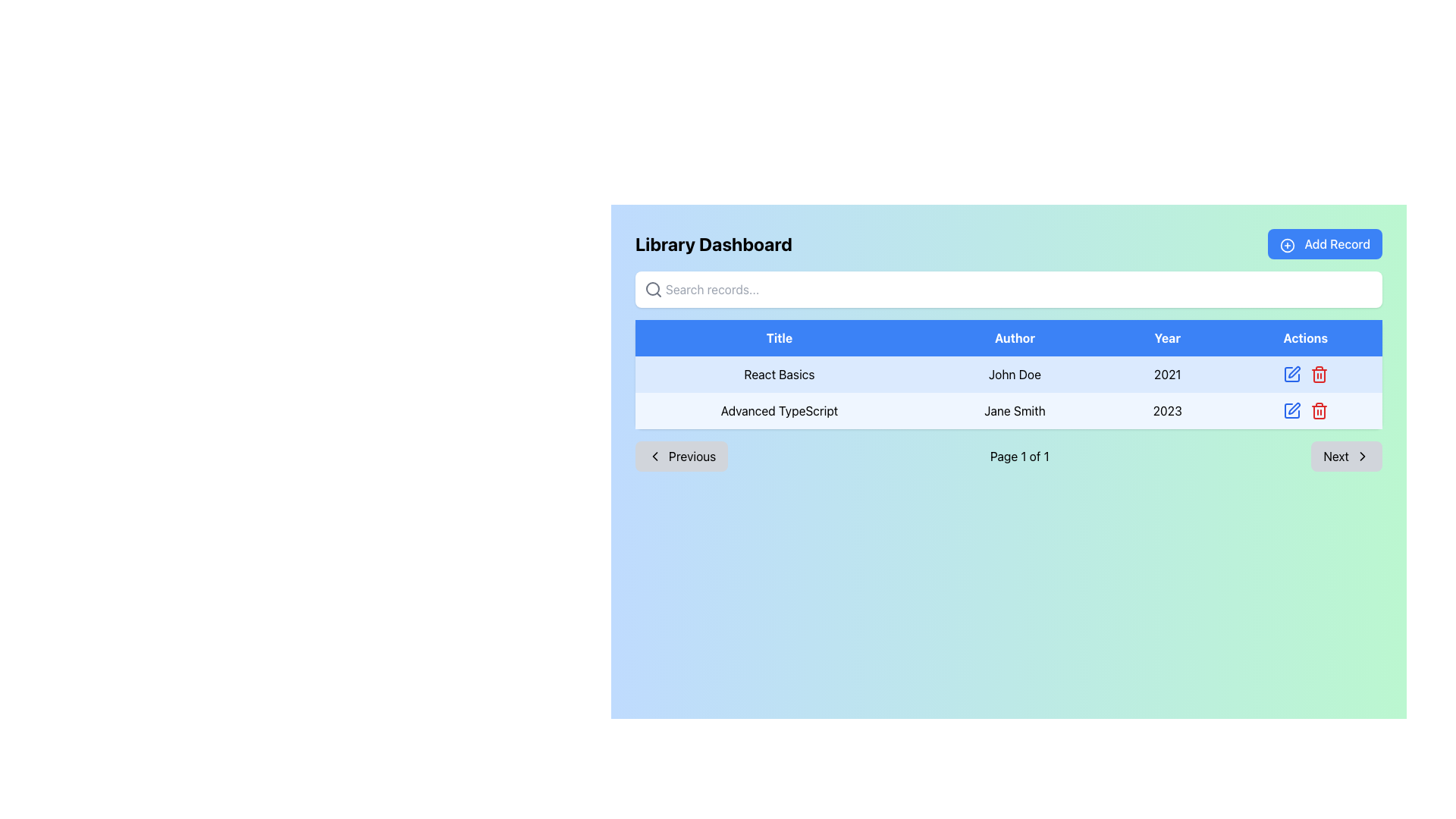  What do you see at coordinates (1166, 411) in the screenshot?
I see `the static text displaying the year for the item 'Advanced TypeScript', located in the 'Year' column of the table row after 'Jane Smith'` at bounding box center [1166, 411].